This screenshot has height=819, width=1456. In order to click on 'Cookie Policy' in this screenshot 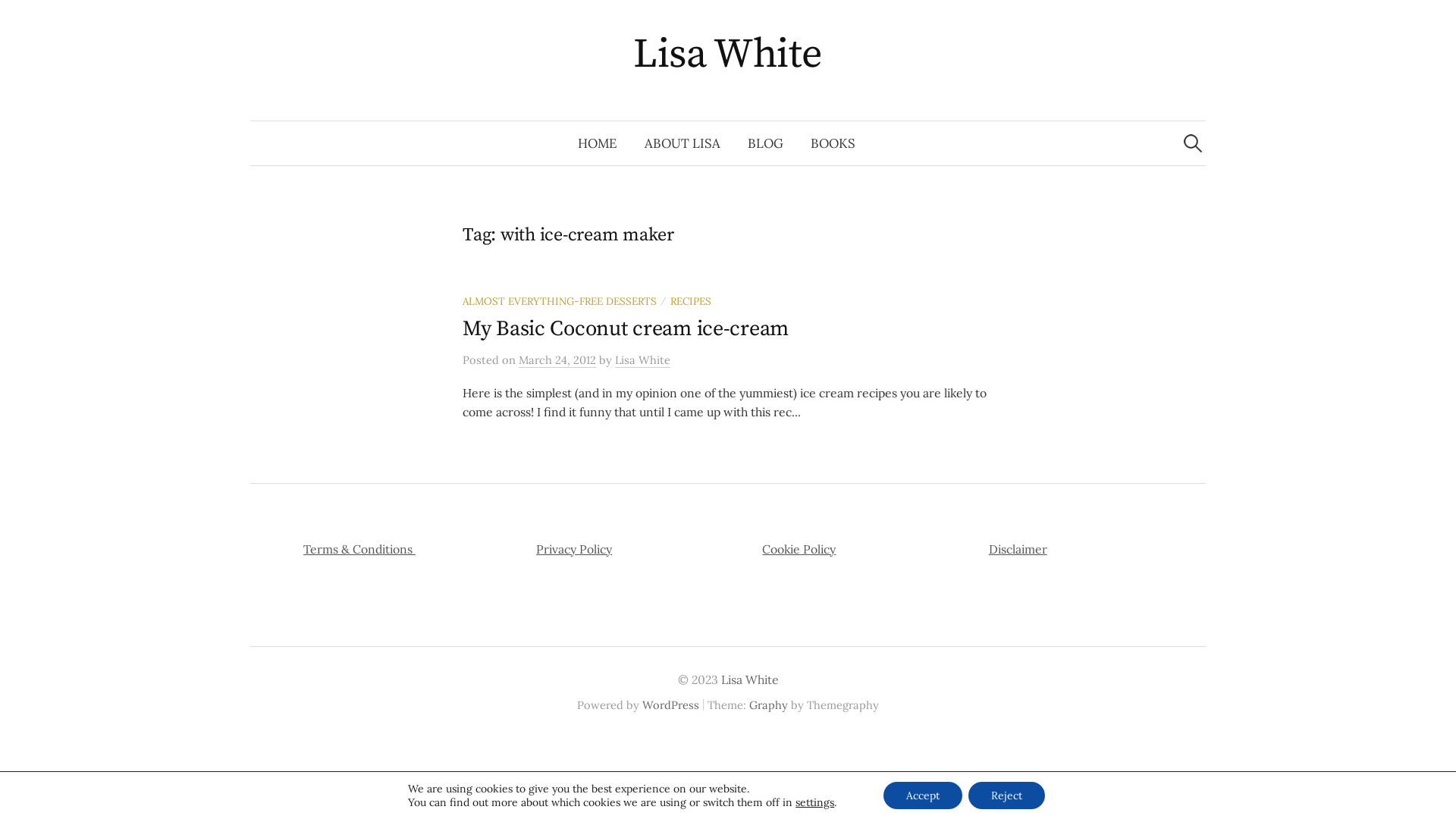, I will do `click(798, 549)`.